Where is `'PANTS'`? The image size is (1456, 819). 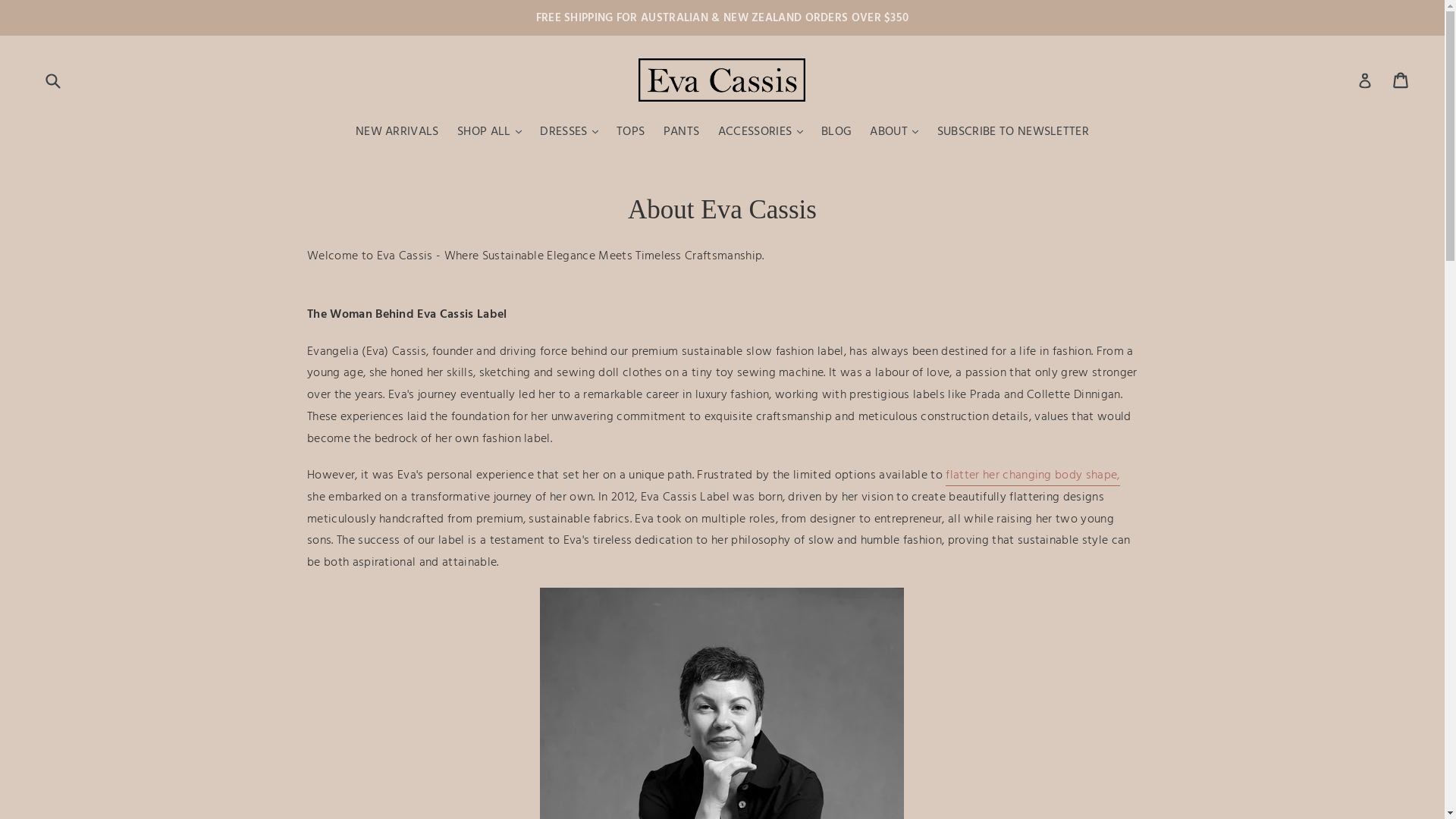 'PANTS' is located at coordinates (680, 131).